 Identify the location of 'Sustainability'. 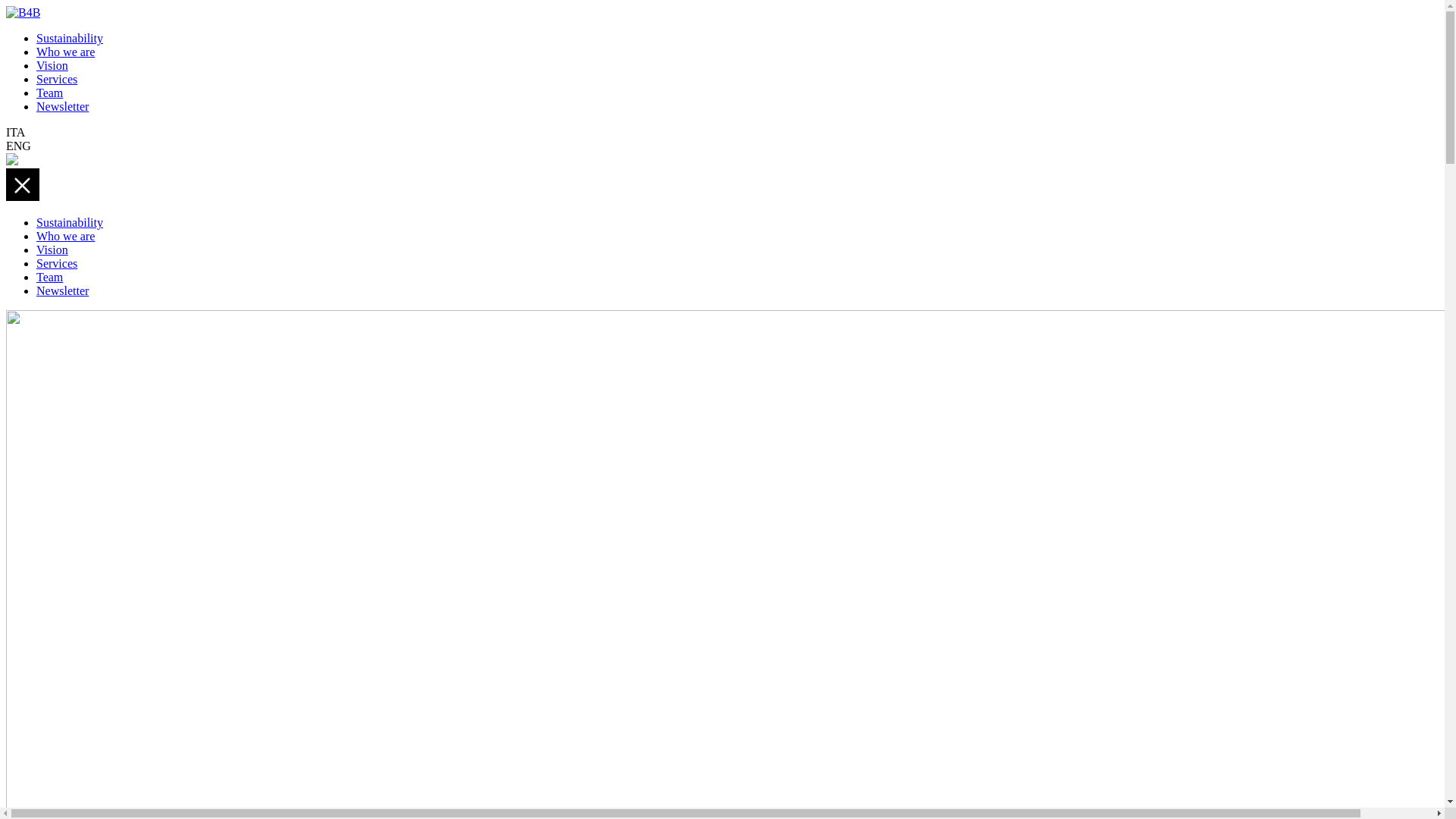
(68, 222).